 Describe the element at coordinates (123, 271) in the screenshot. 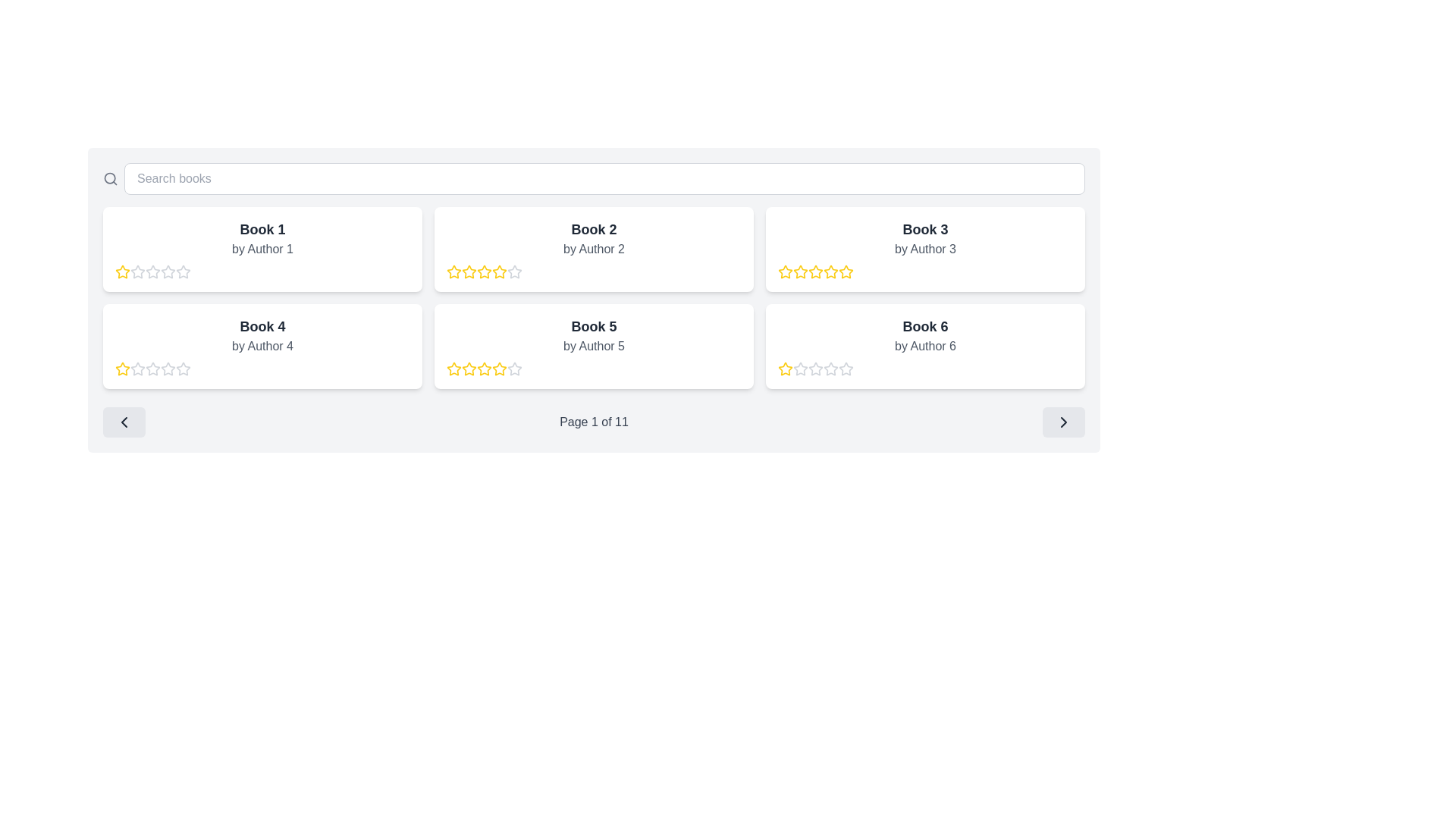

I see `the first yellow outline star icon within the rating control component located below the 'Book 1' card` at that location.